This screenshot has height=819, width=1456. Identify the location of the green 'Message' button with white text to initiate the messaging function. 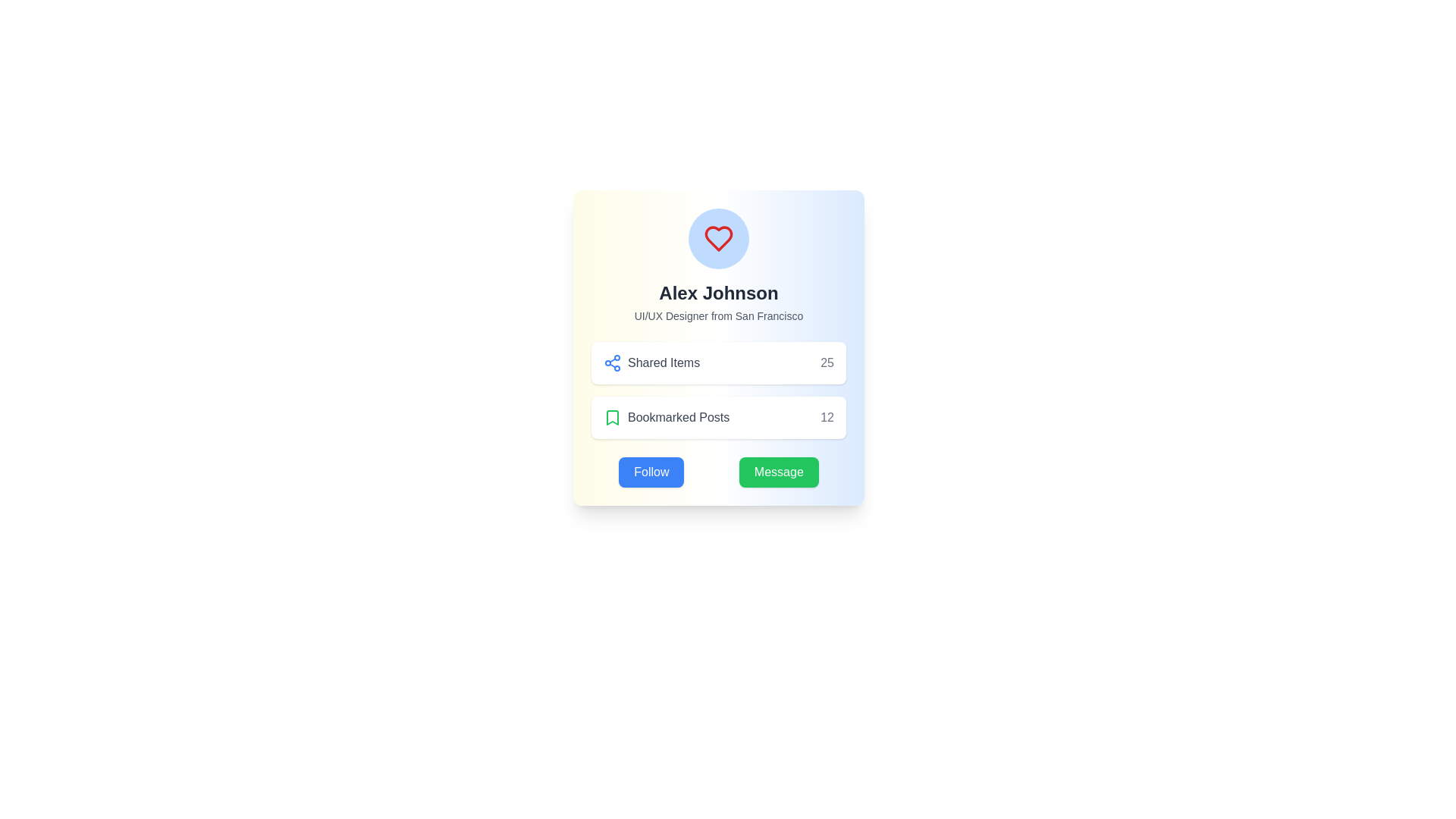
(779, 472).